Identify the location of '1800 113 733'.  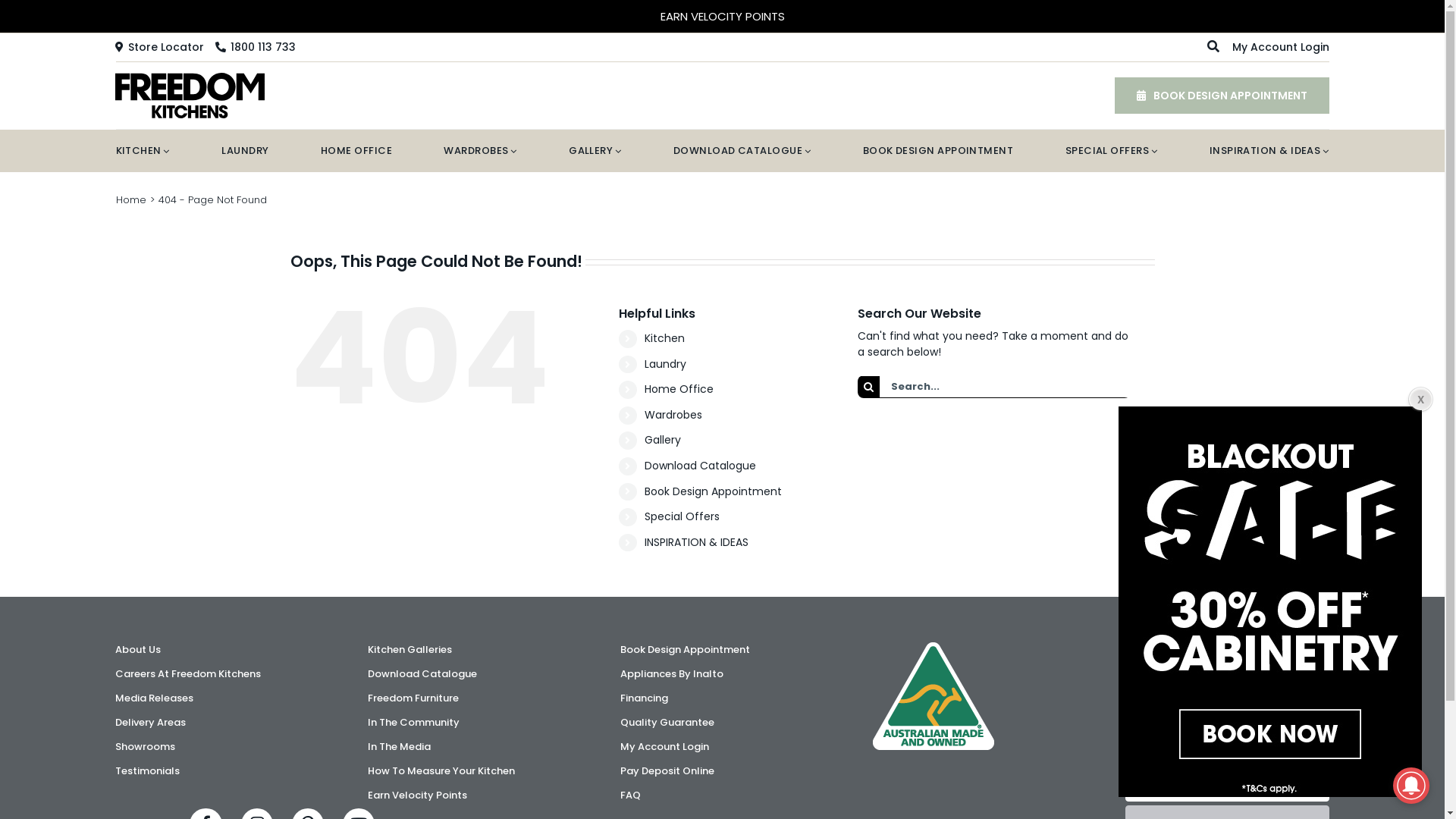
(255, 45).